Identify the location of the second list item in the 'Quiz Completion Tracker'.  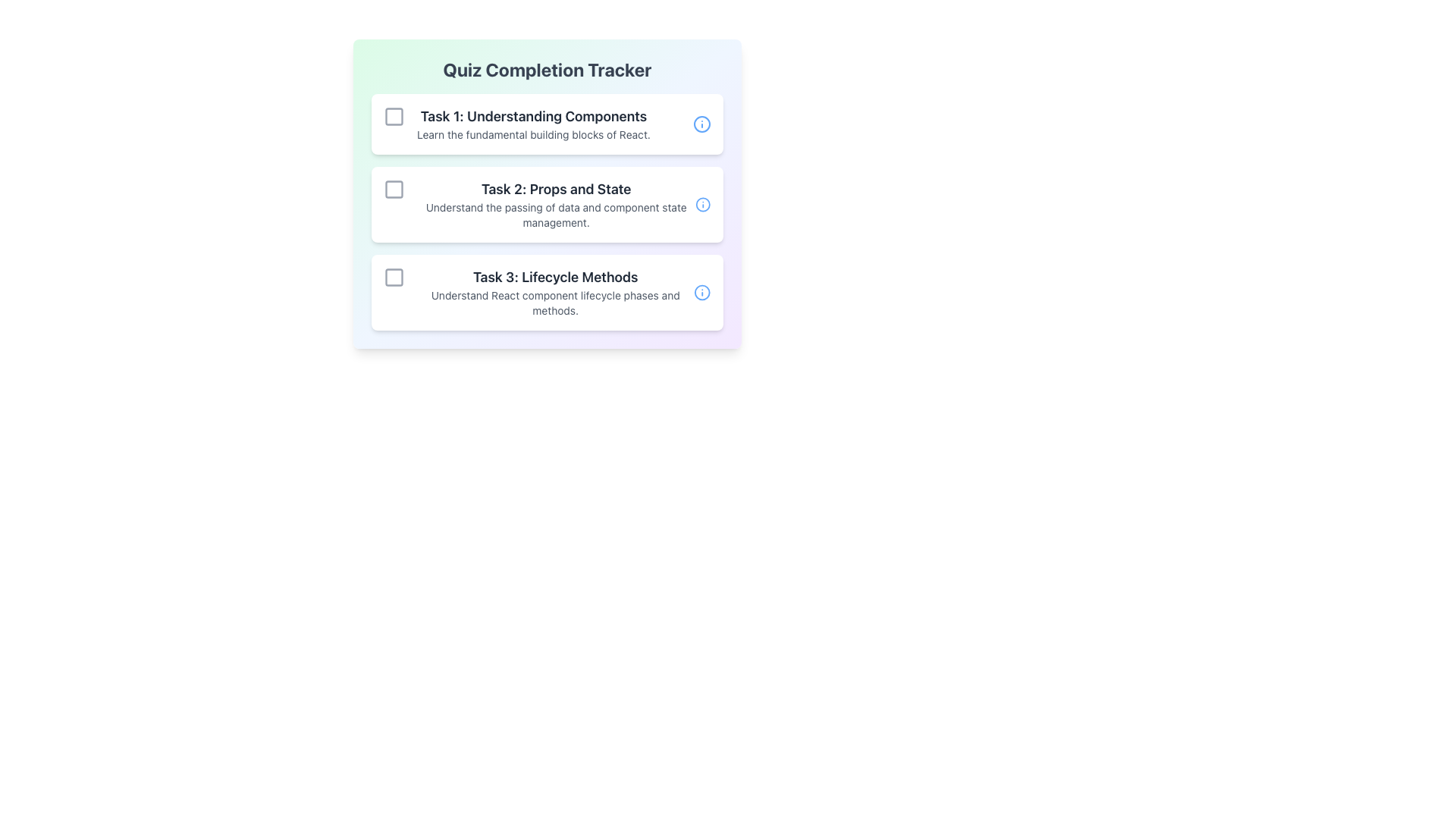
(555, 205).